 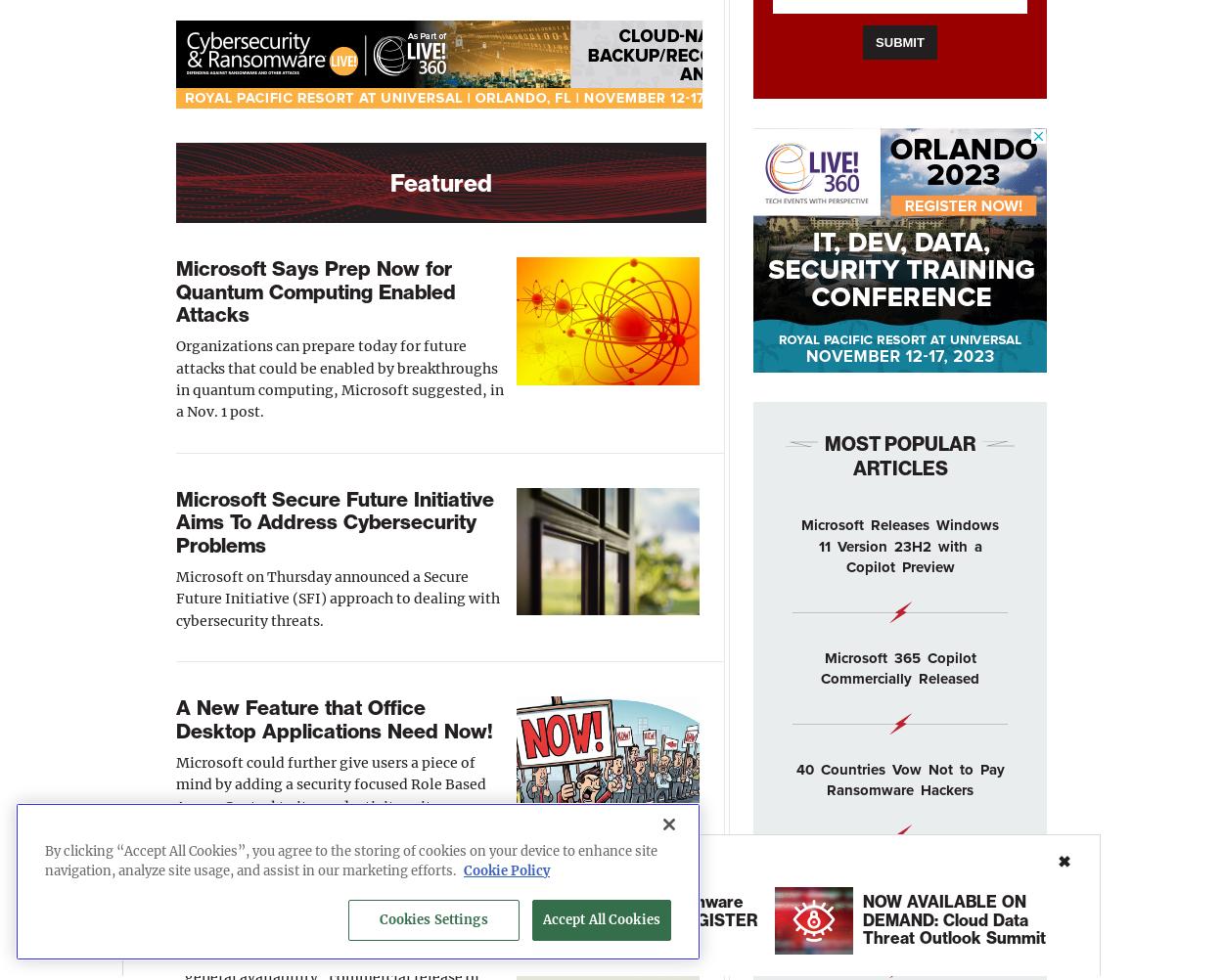 What do you see at coordinates (952, 917) in the screenshot?
I see `'NOW AVAILABLE ON DEMAND: Cloud Data Threat Outlook Summit'` at bounding box center [952, 917].